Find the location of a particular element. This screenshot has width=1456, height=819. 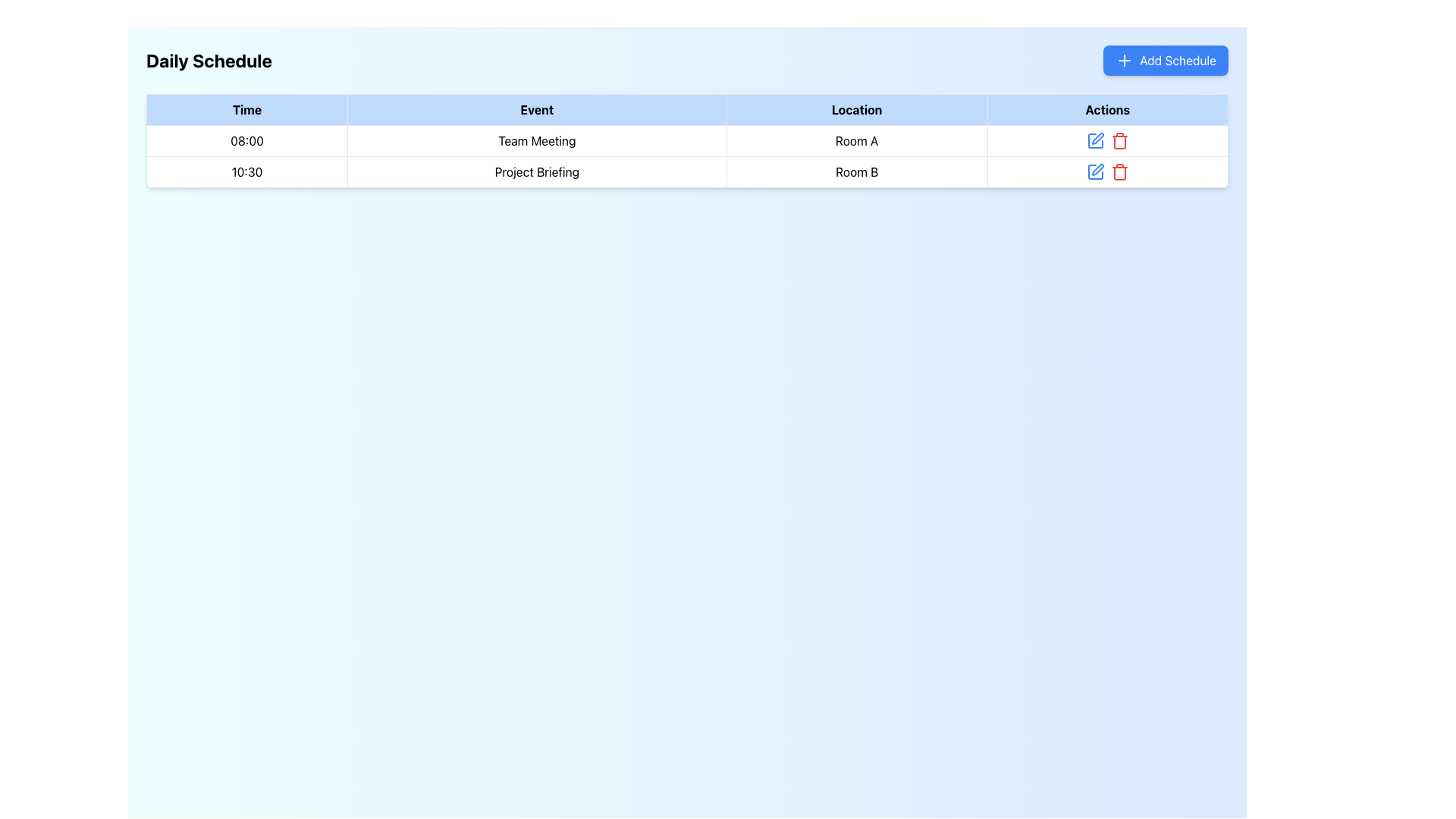

the edit icon button located in the 'Actions' column of the second row for the 'Project Briefing' entry to initiate the edit action is located at coordinates (1097, 169).